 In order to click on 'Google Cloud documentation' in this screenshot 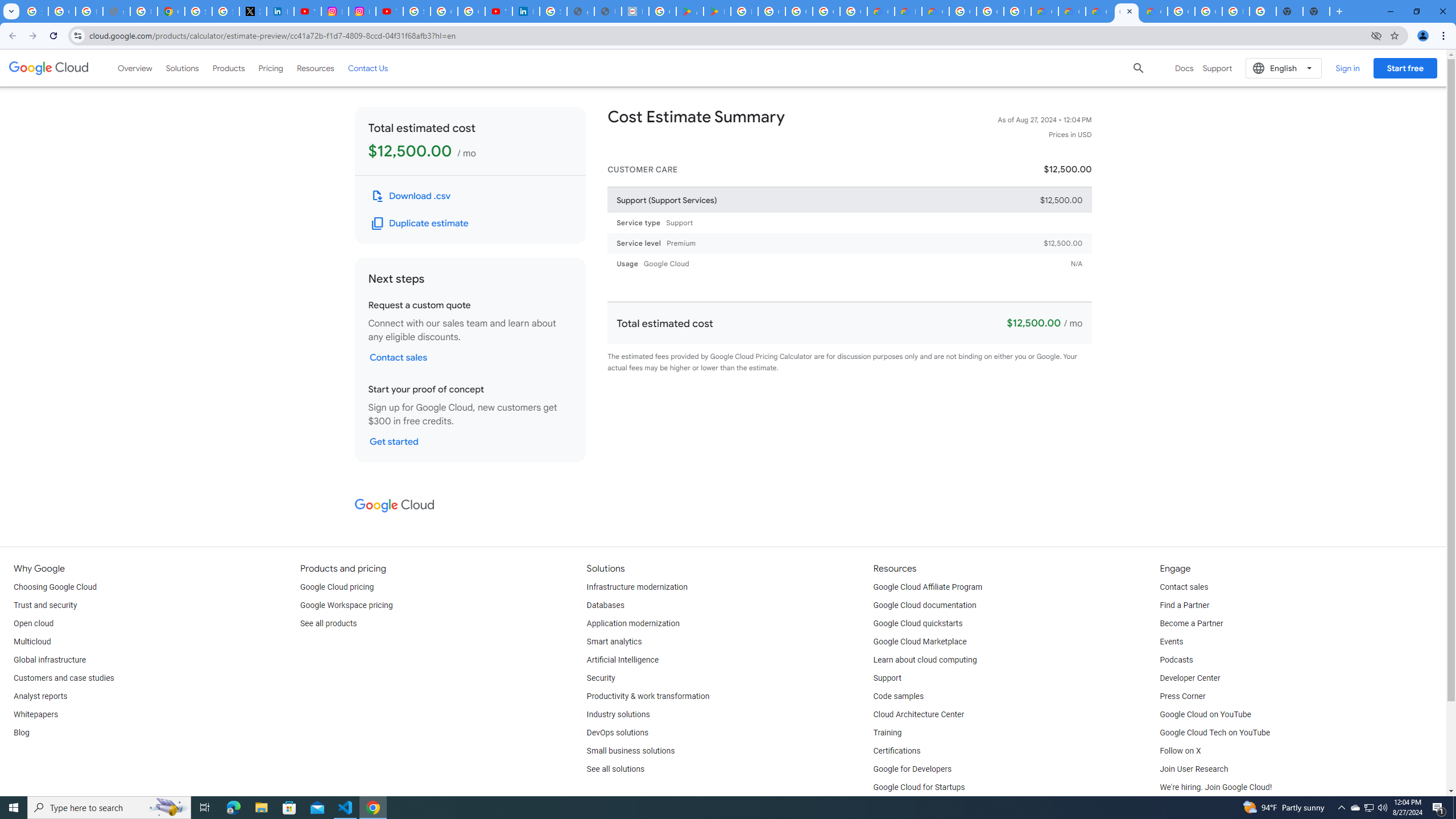, I will do `click(925, 605)`.